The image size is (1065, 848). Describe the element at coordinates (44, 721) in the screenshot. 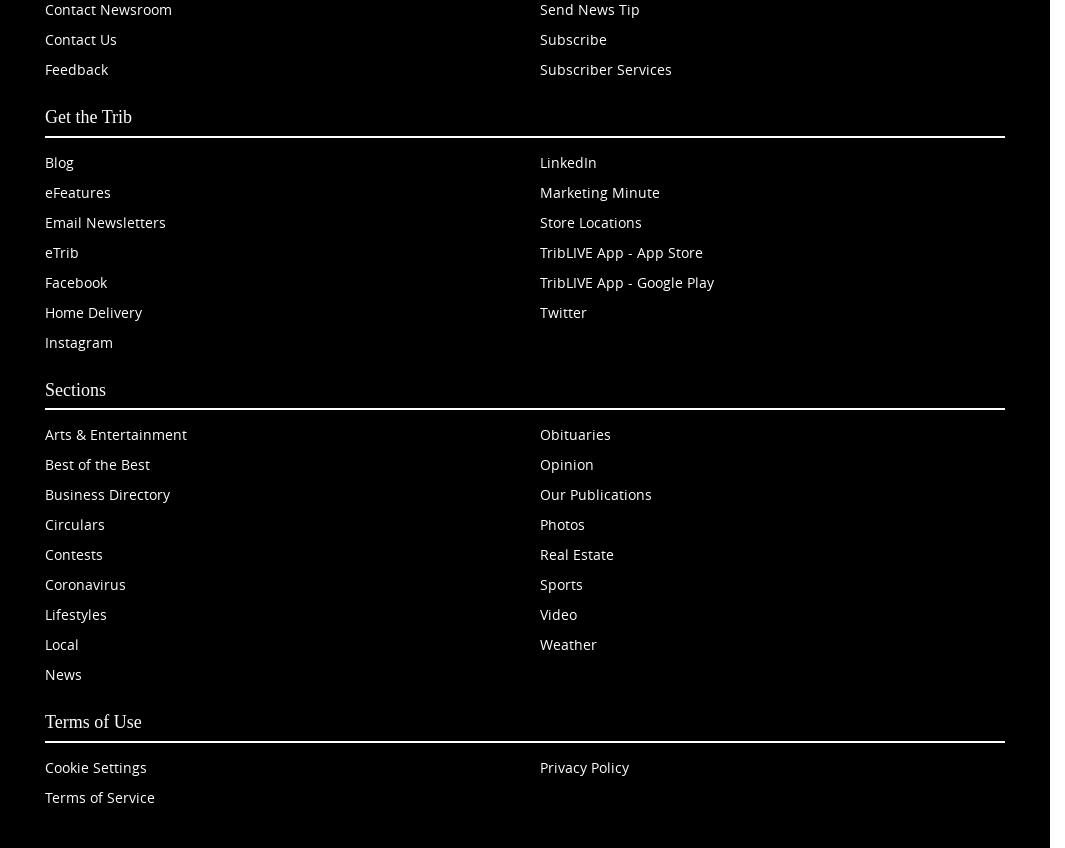

I see `'Terms of Use'` at that location.